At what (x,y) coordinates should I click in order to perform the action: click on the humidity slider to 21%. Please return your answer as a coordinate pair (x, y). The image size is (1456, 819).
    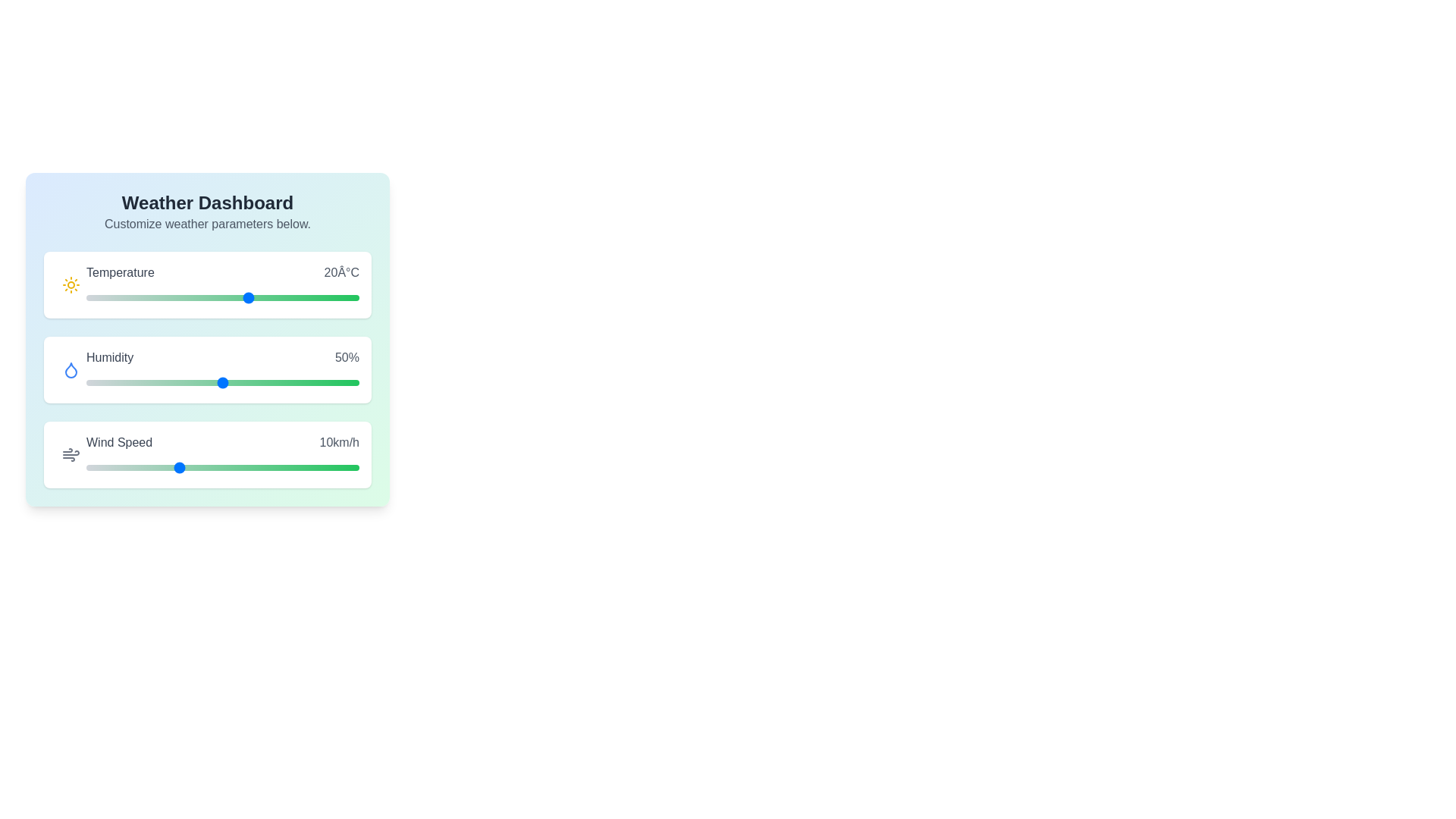
    Looking at the image, I should click on (143, 382).